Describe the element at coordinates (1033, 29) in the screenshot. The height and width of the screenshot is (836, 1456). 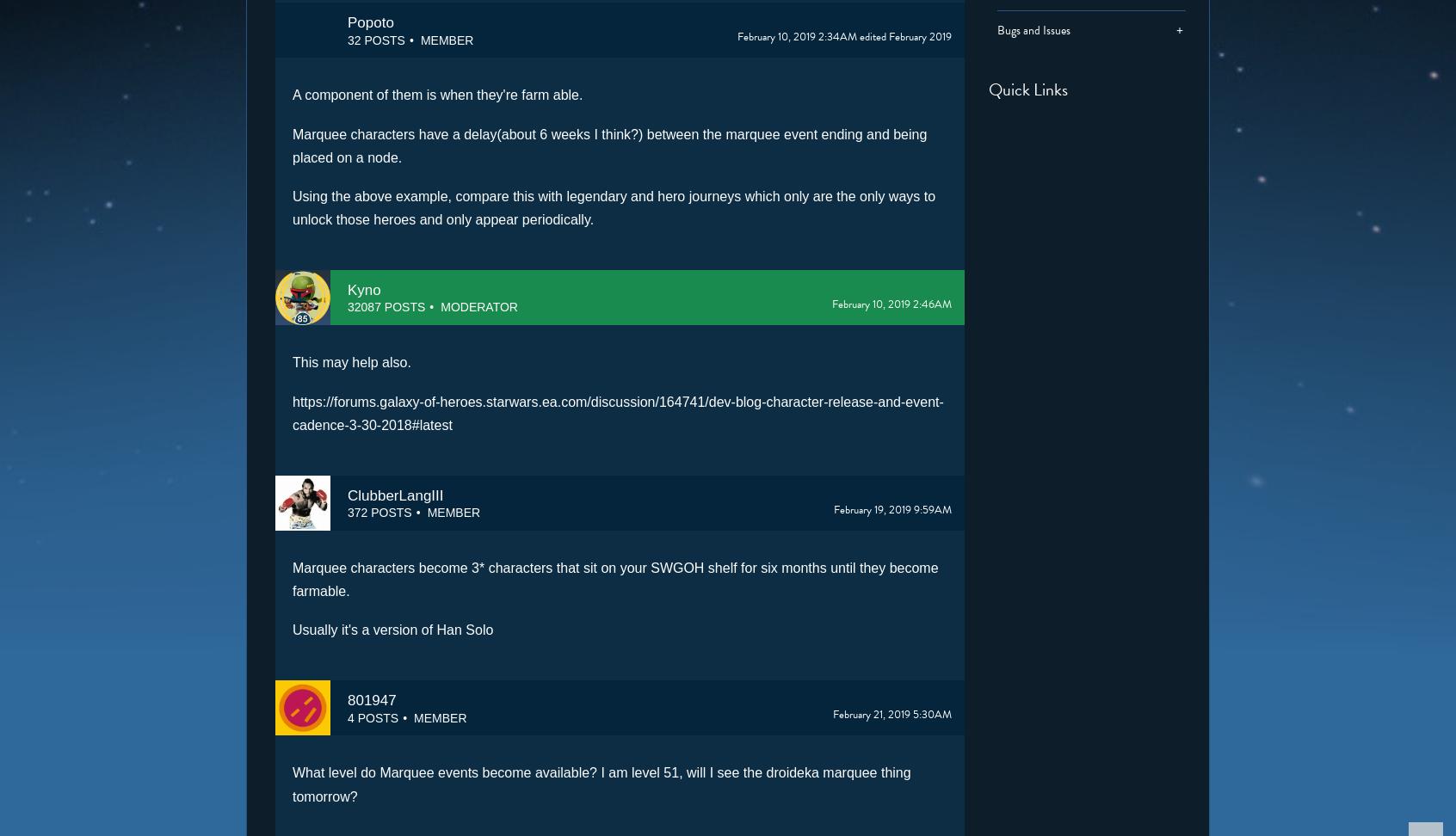
I see `'Bugs and Issues'` at that location.